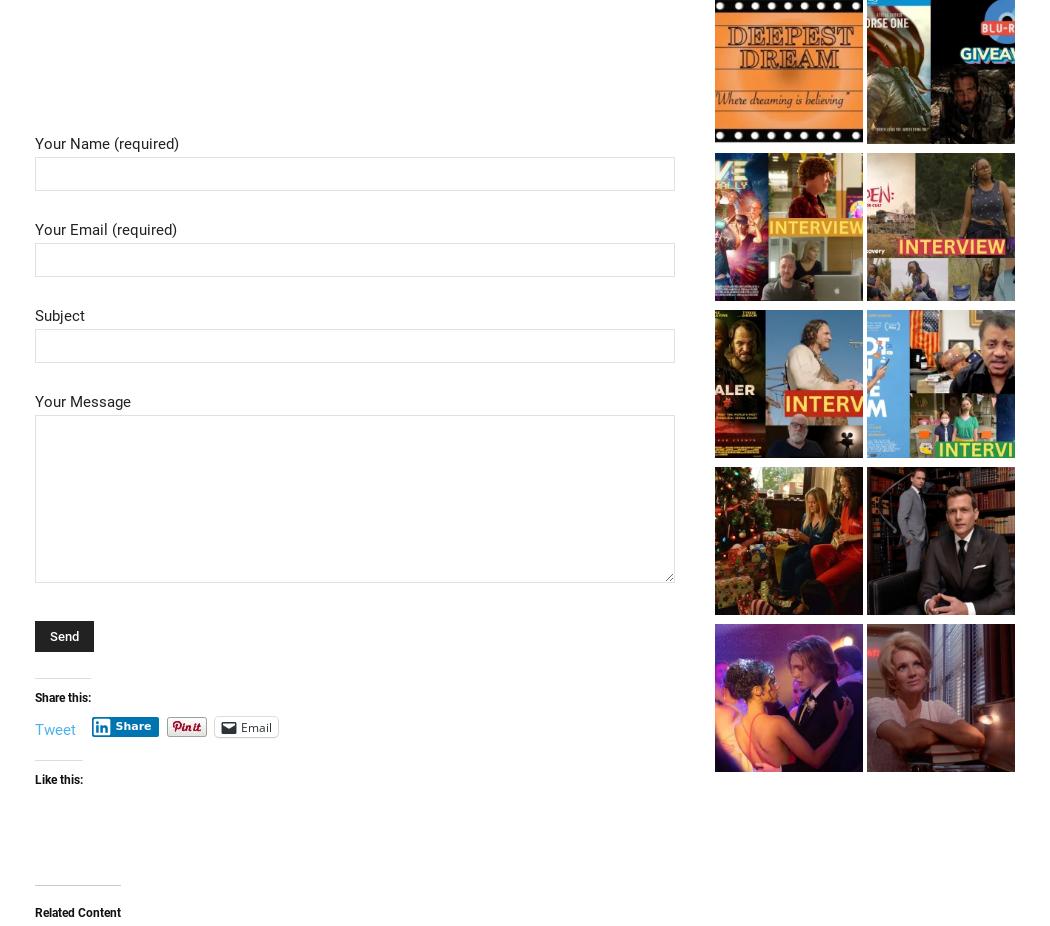 This screenshot has width=1050, height=926. What do you see at coordinates (240, 726) in the screenshot?
I see `'Email'` at bounding box center [240, 726].